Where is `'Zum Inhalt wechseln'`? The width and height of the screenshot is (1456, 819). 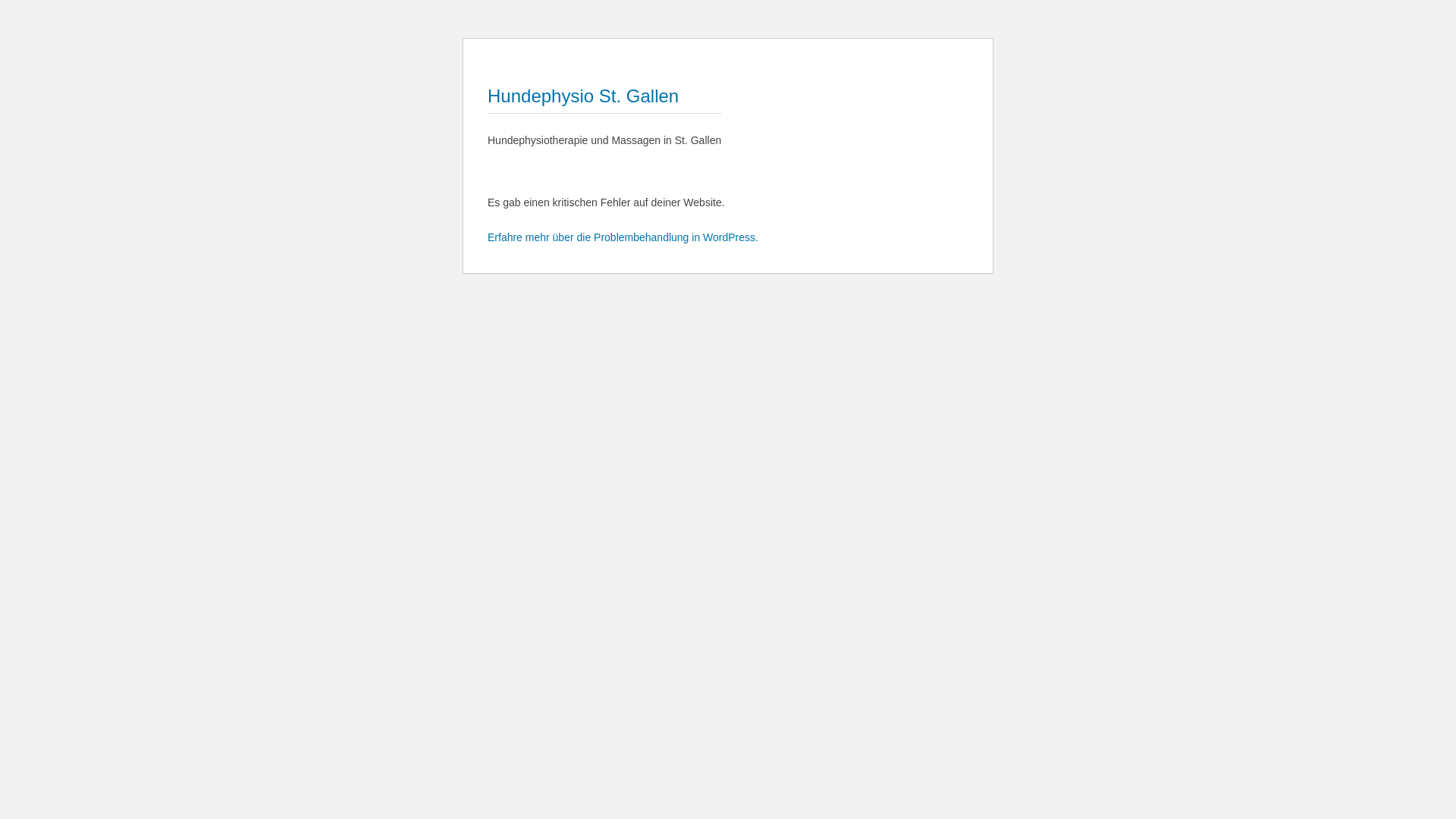 'Zum Inhalt wechseln' is located at coordinates (487, 49).